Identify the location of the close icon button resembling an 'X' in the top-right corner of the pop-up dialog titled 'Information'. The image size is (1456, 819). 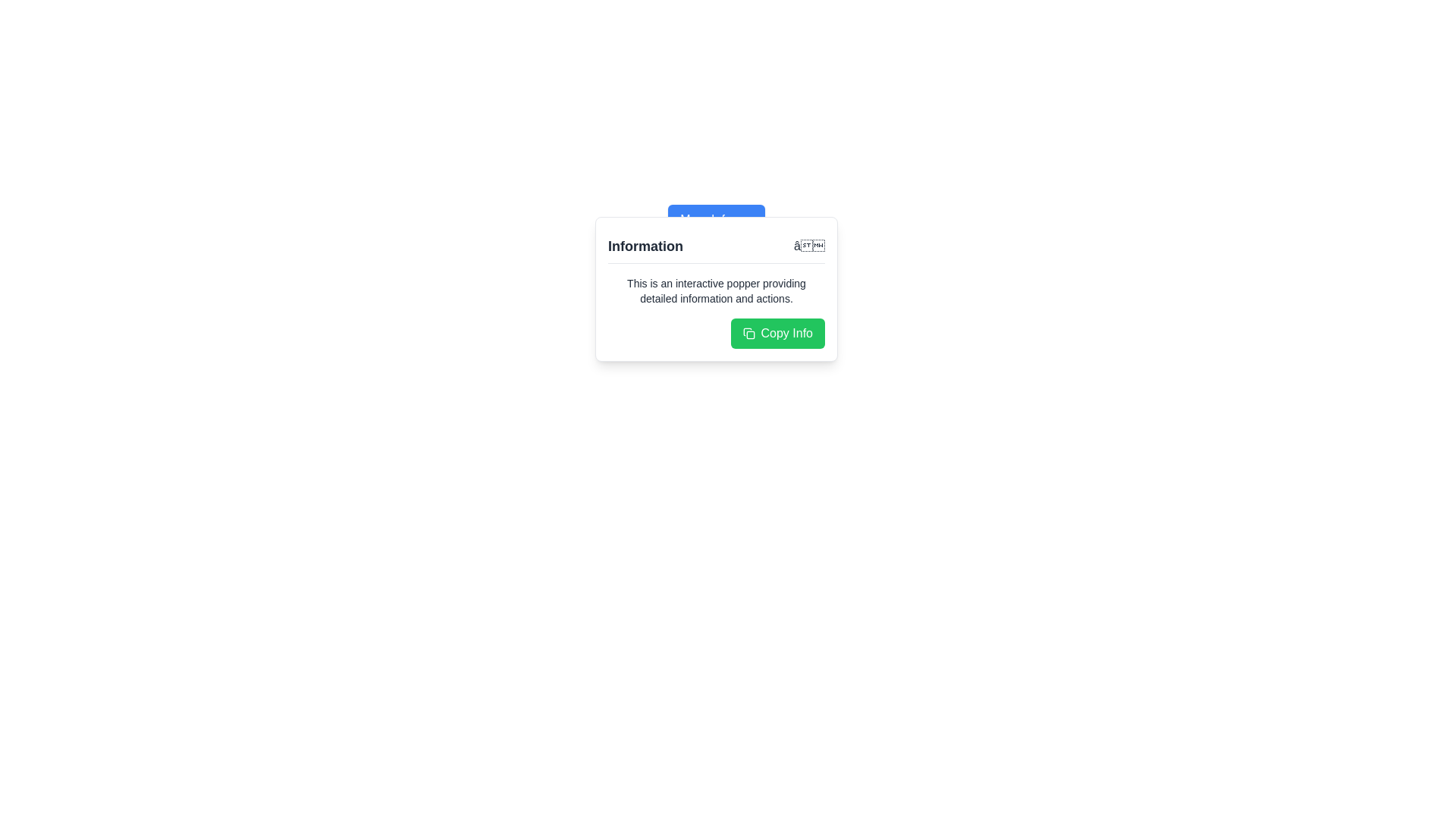
(808, 245).